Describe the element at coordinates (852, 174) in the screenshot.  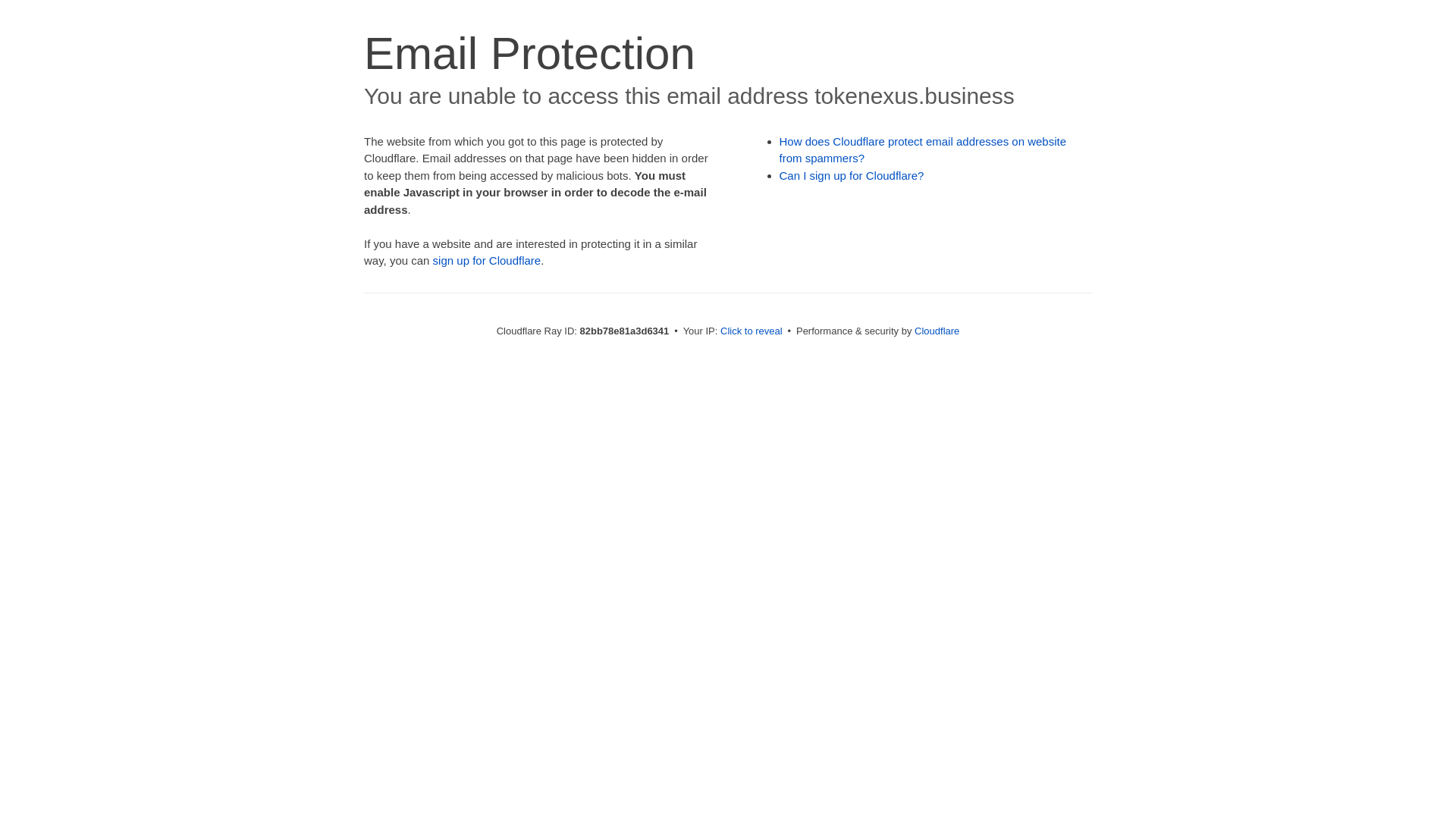
I see `'Can I sign up for Cloudflare?'` at that location.